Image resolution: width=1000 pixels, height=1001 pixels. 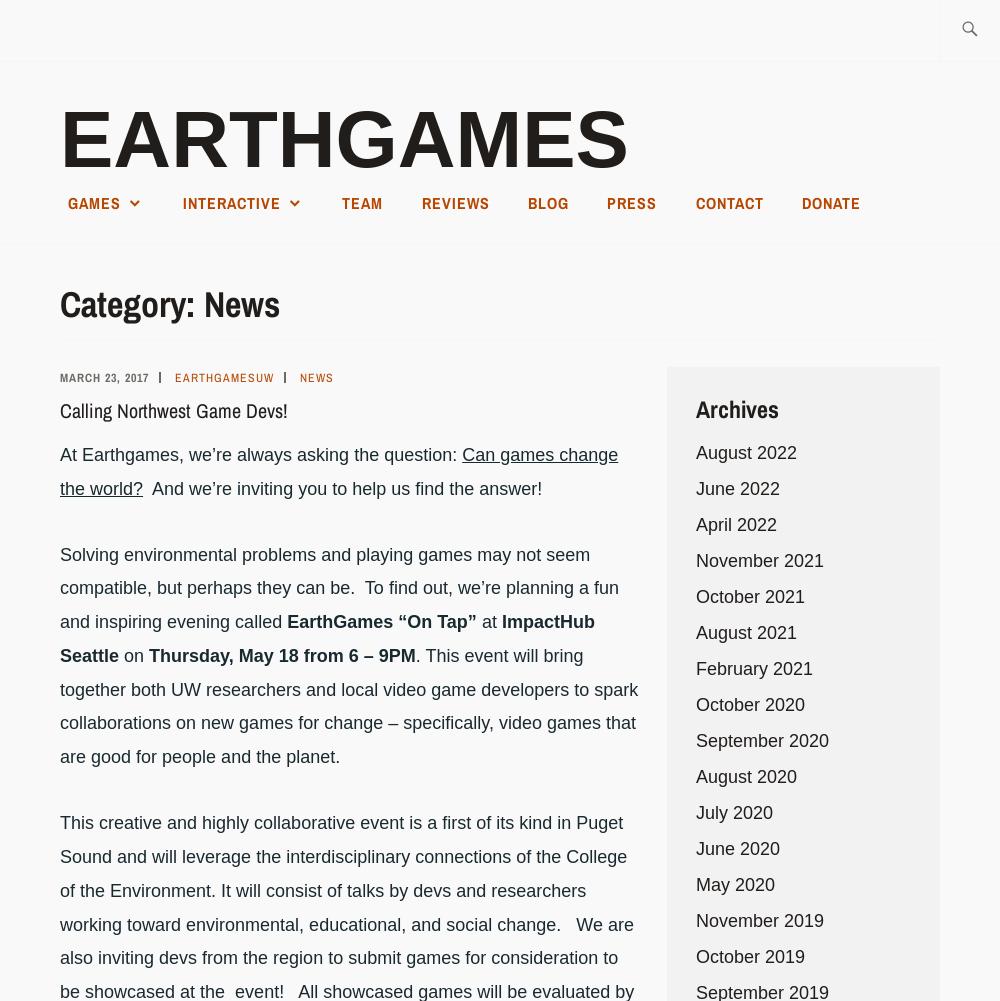 What do you see at coordinates (93, 202) in the screenshot?
I see `'Games'` at bounding box center [93, 202].